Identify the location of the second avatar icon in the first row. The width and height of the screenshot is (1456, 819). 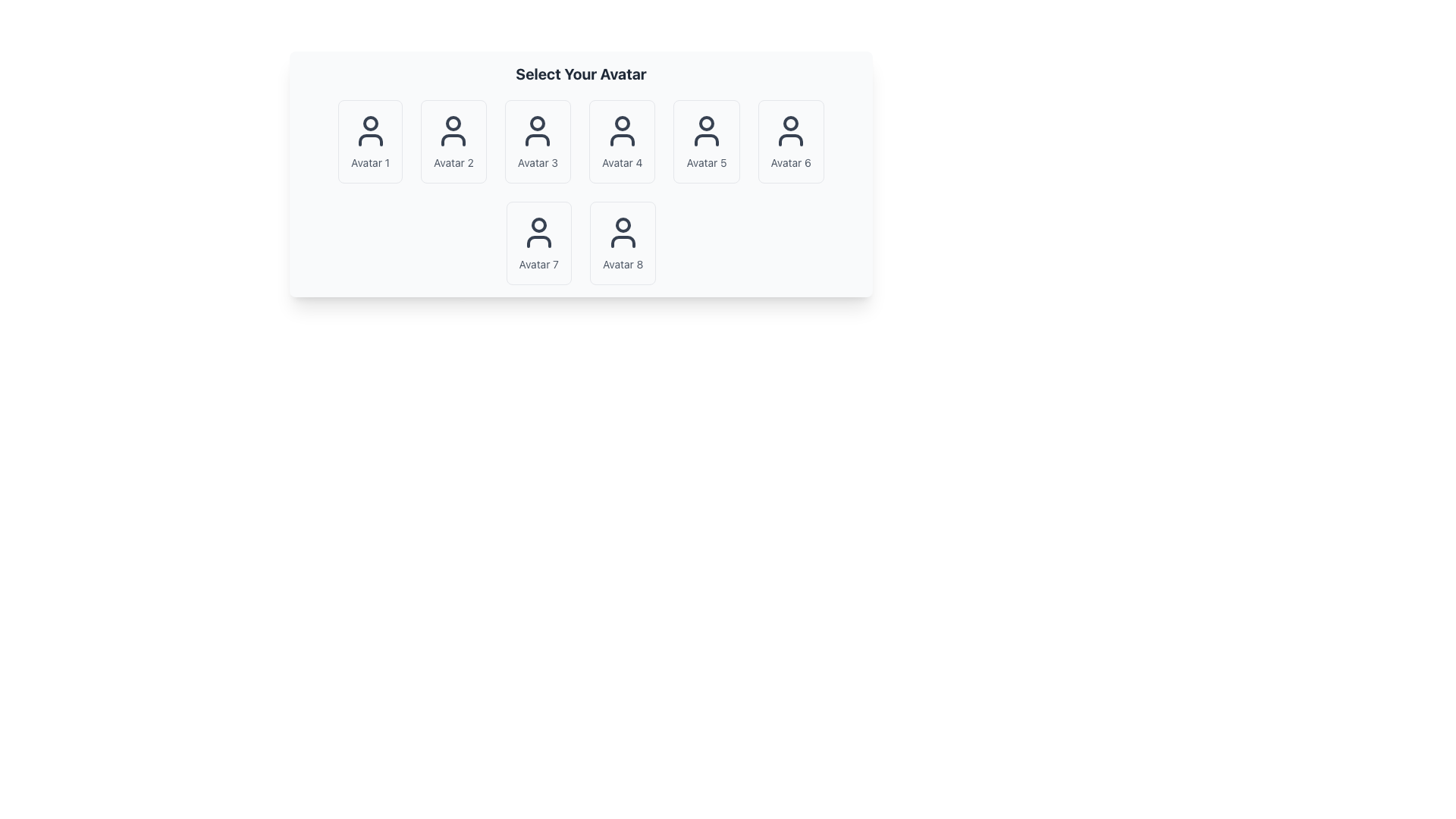
(453, 130).